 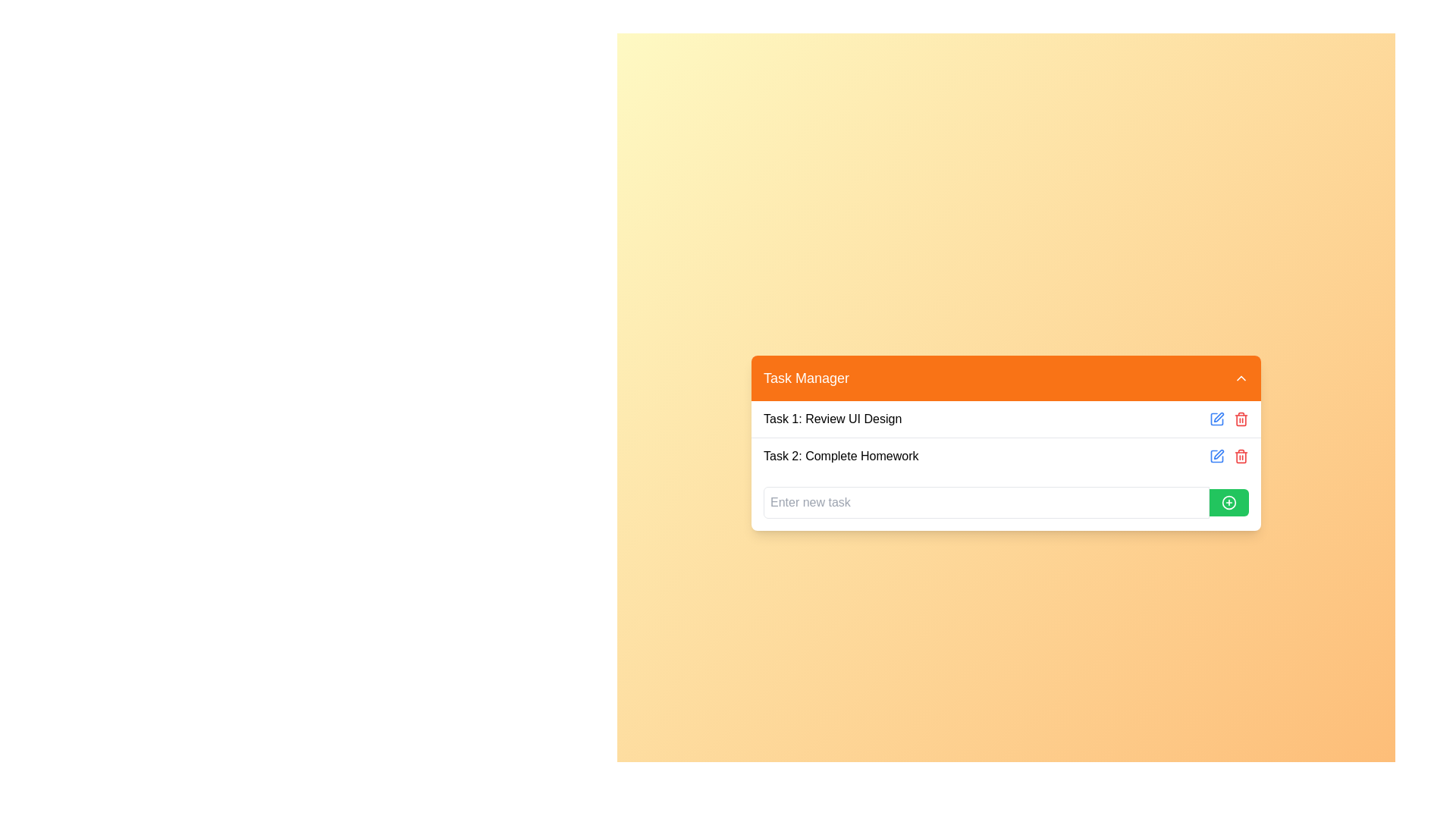 What do you see at coordinates (832, 419) in the screenshot?
I see `the prominent static text display of the first task item in the task manager application to identify the task` at bounding box center [832, 419].